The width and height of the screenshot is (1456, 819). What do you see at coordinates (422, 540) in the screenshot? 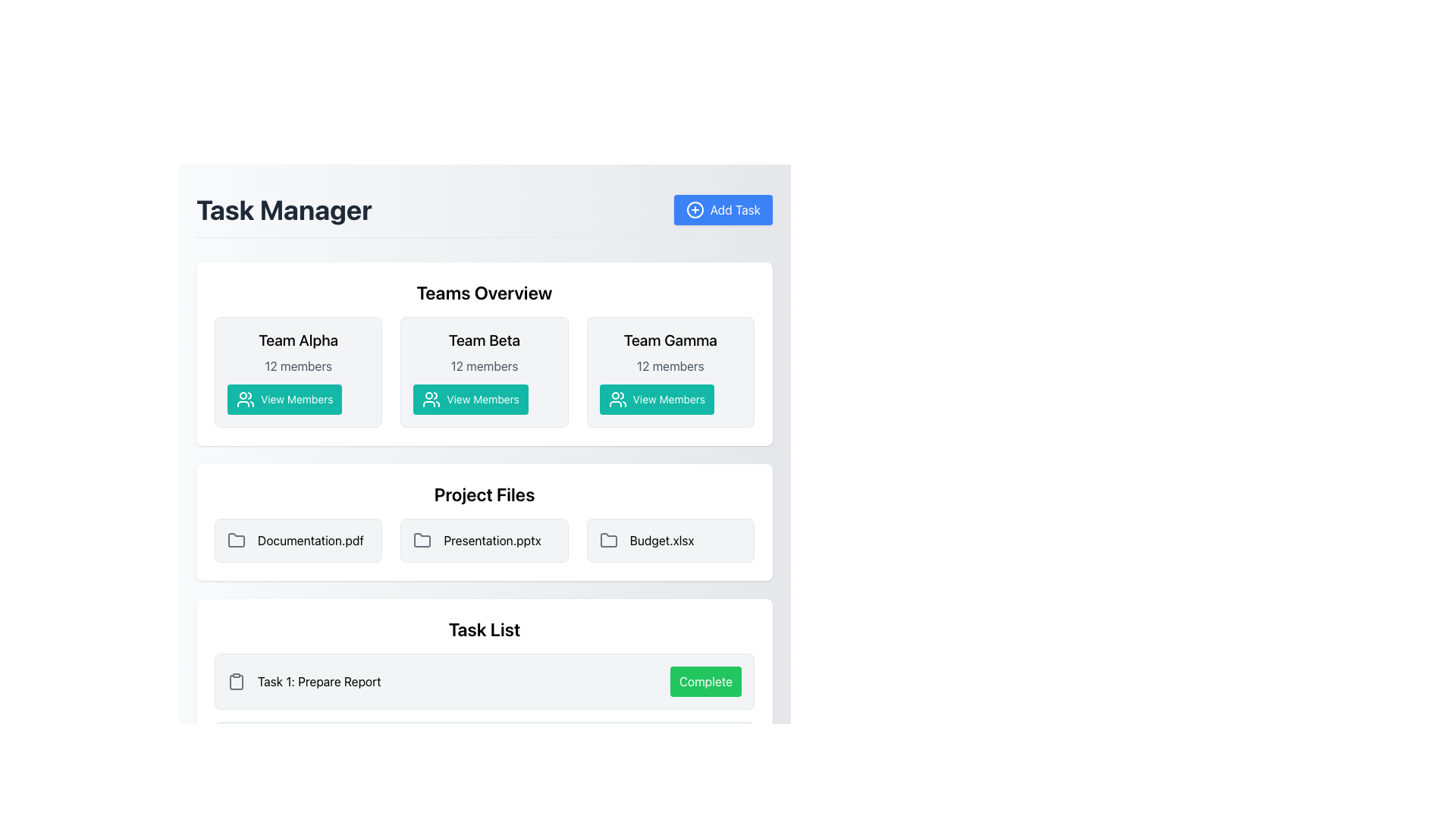
I see `the visual indicator icon for the file named 'Presentation.pptx' located in the 'Project Files' section` at bounding box center [422, 540].